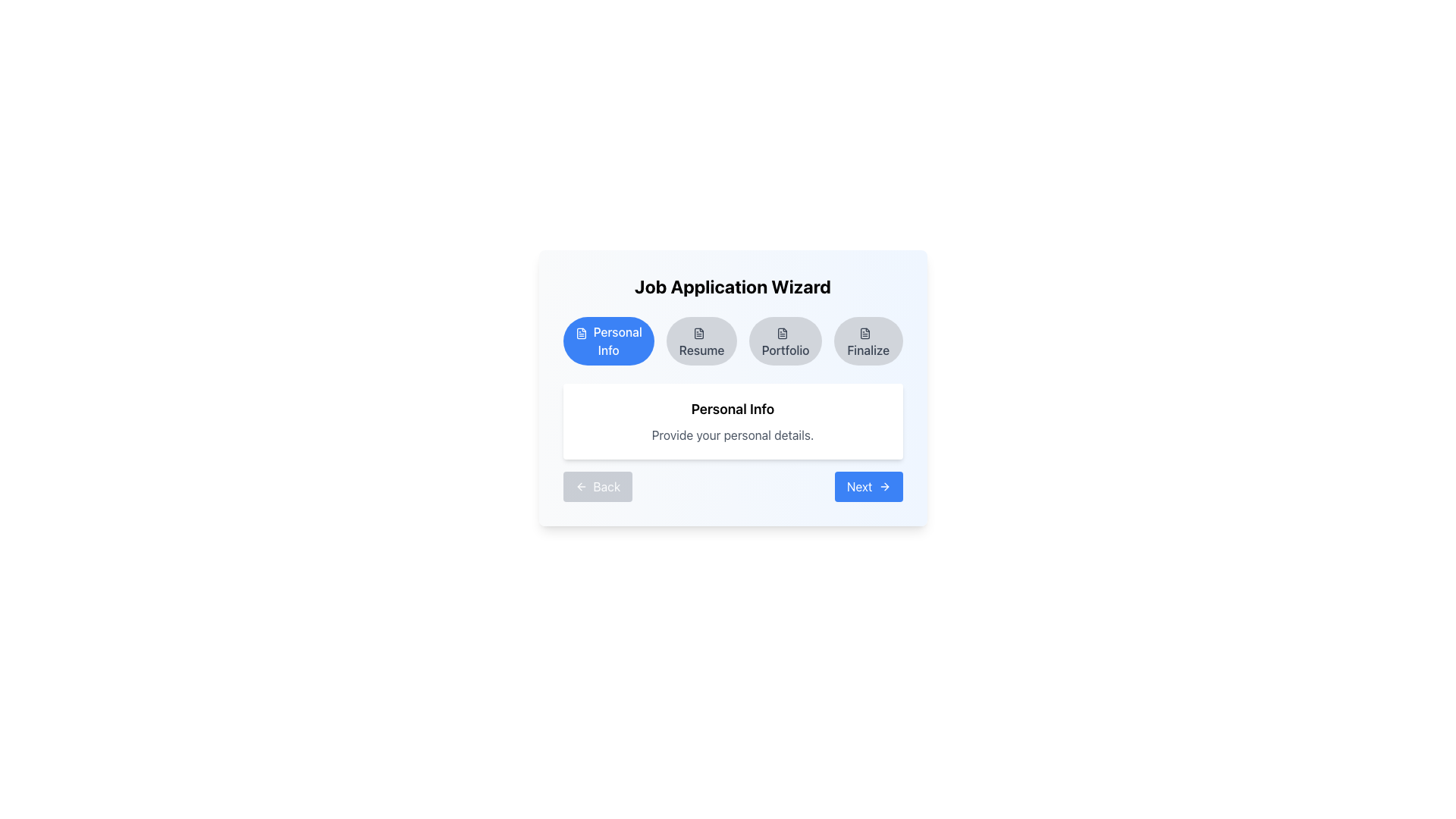 This screenshot has height=819, width=1456. Describe the element at coordinates (597, 486) in the screenshot. I see `the 'Back' button with a gray background and white text, located at the bottom-left of the 'Job Application Wizard' panel` at that location.